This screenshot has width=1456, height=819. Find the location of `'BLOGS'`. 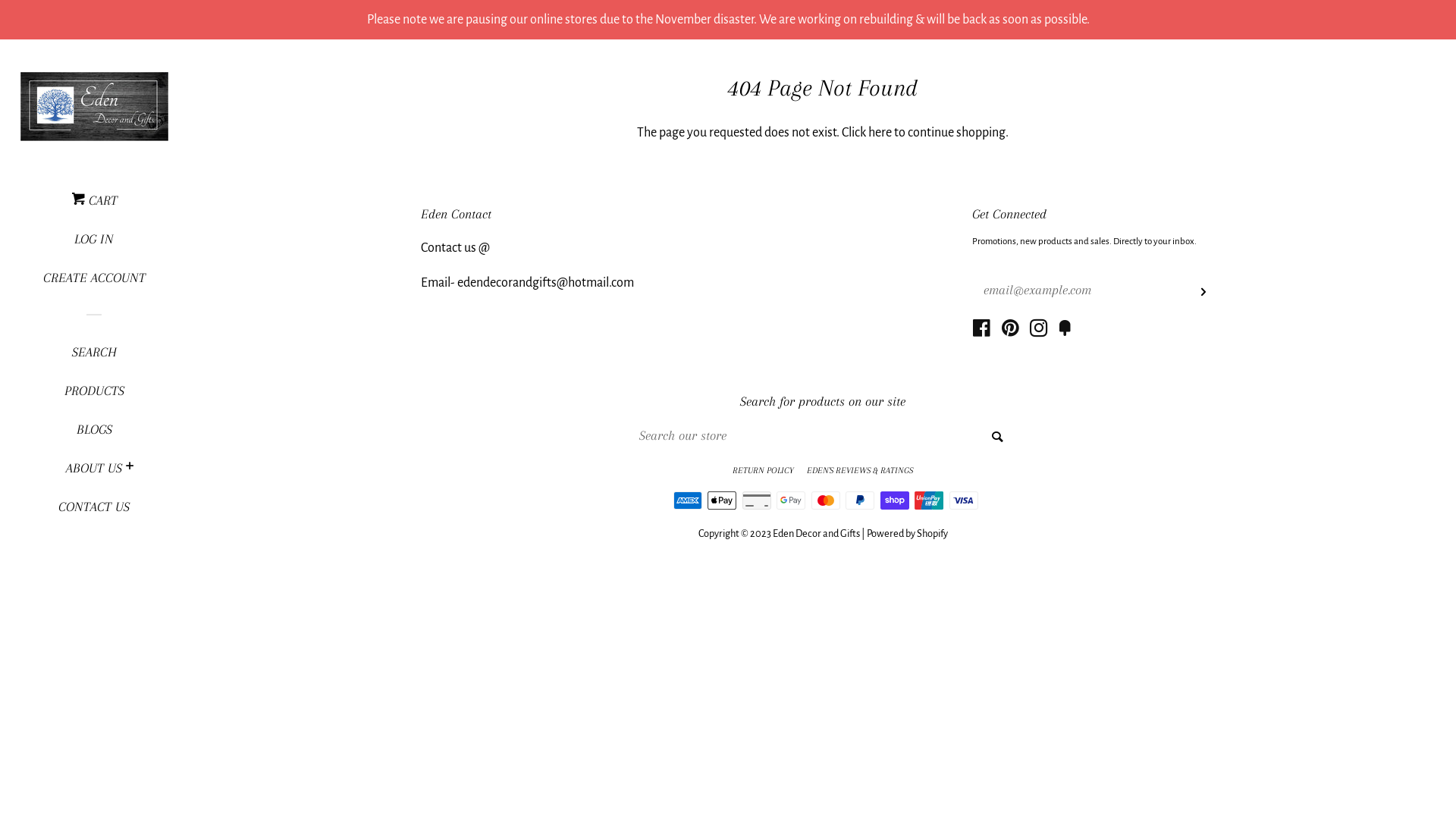

'BLOGS' is located at coordinates (33, 435).